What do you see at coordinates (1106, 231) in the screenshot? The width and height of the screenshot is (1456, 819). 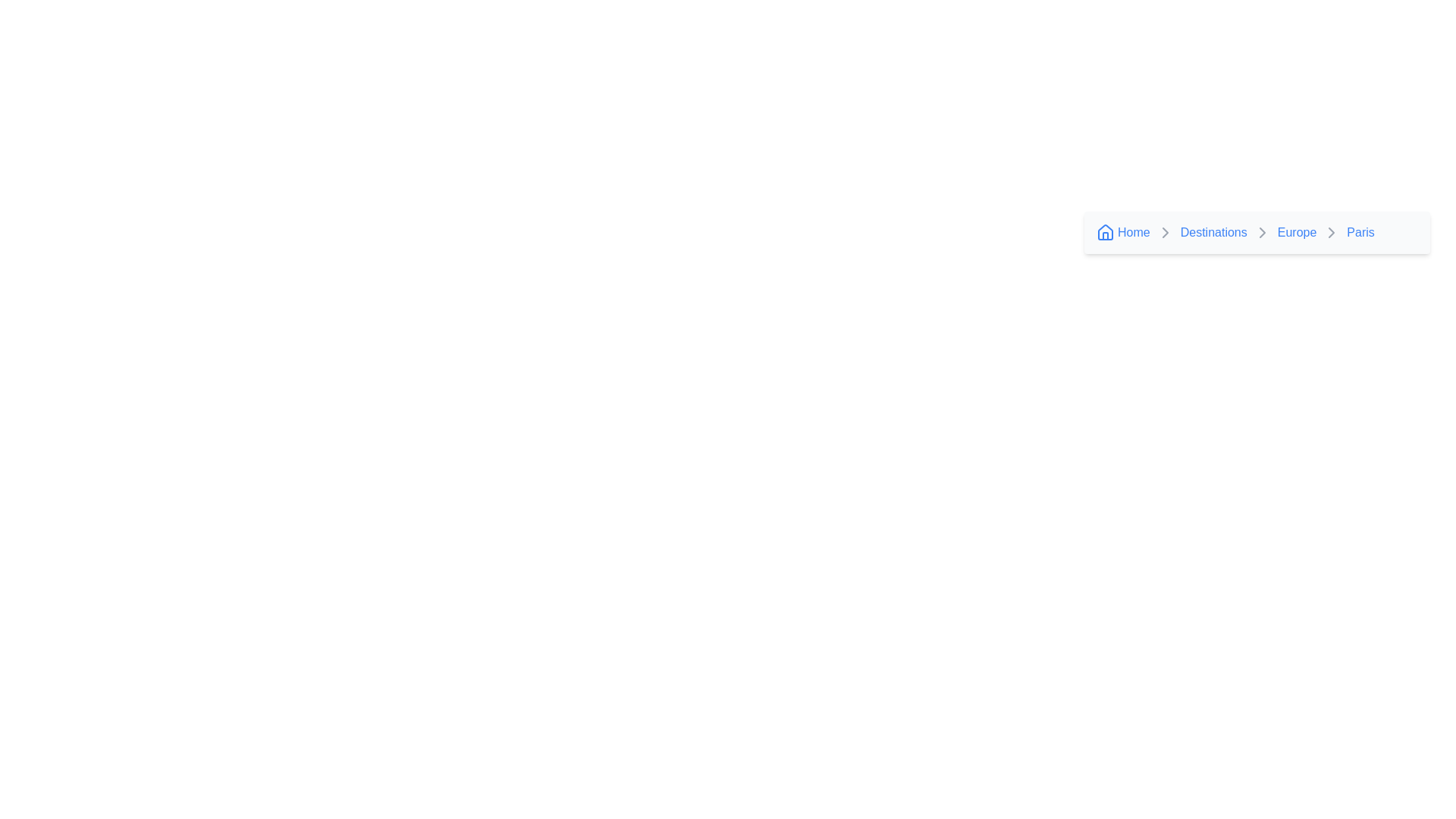 I see `the SVG graphic icon representing the 'Home' link in the breadcrumb navigation component, which is located on the far left and is the first item in the navigation` at bounding box center [1106, 231].